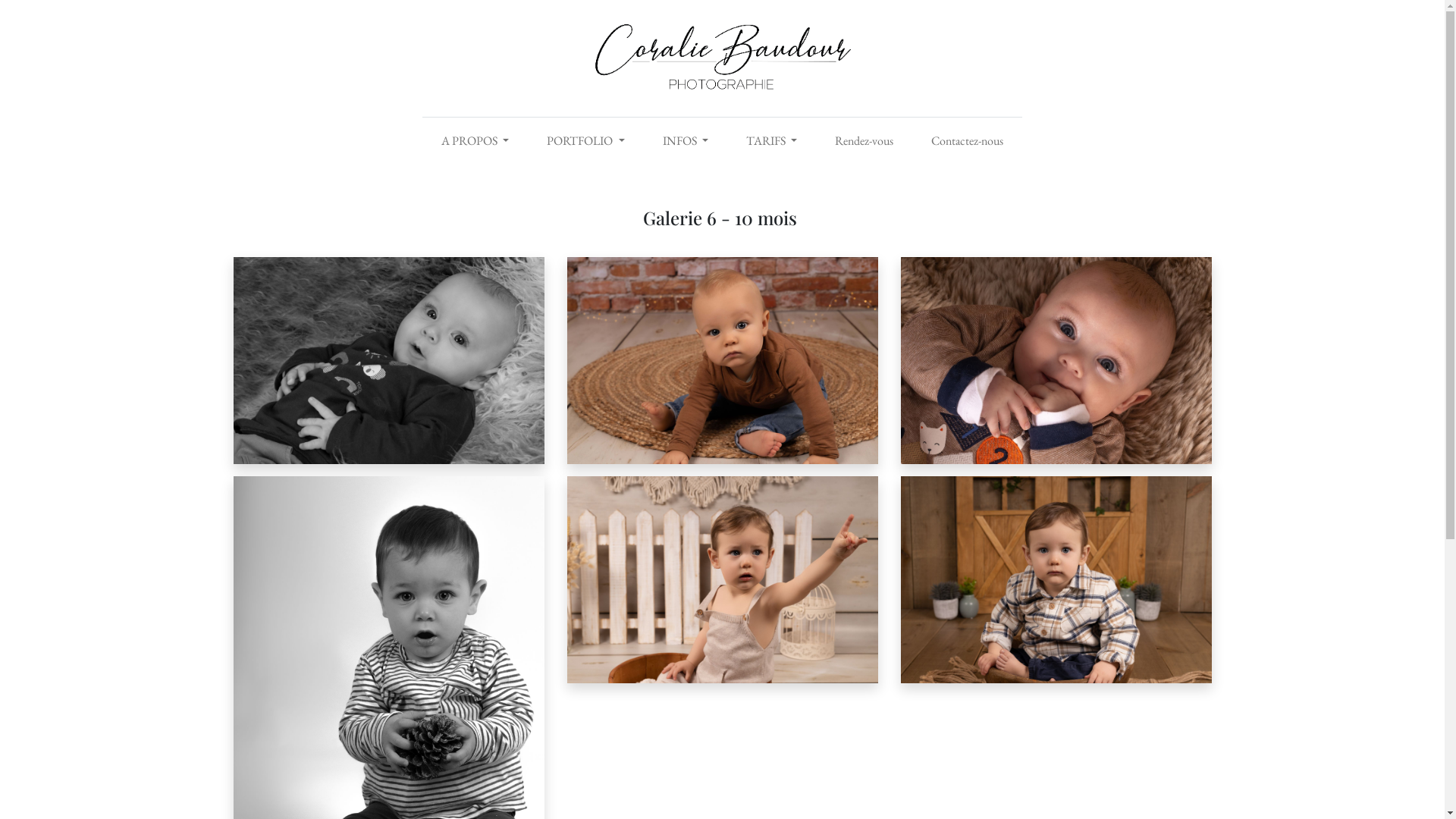  I want to click on 'TARIFS', so click(771, 140).